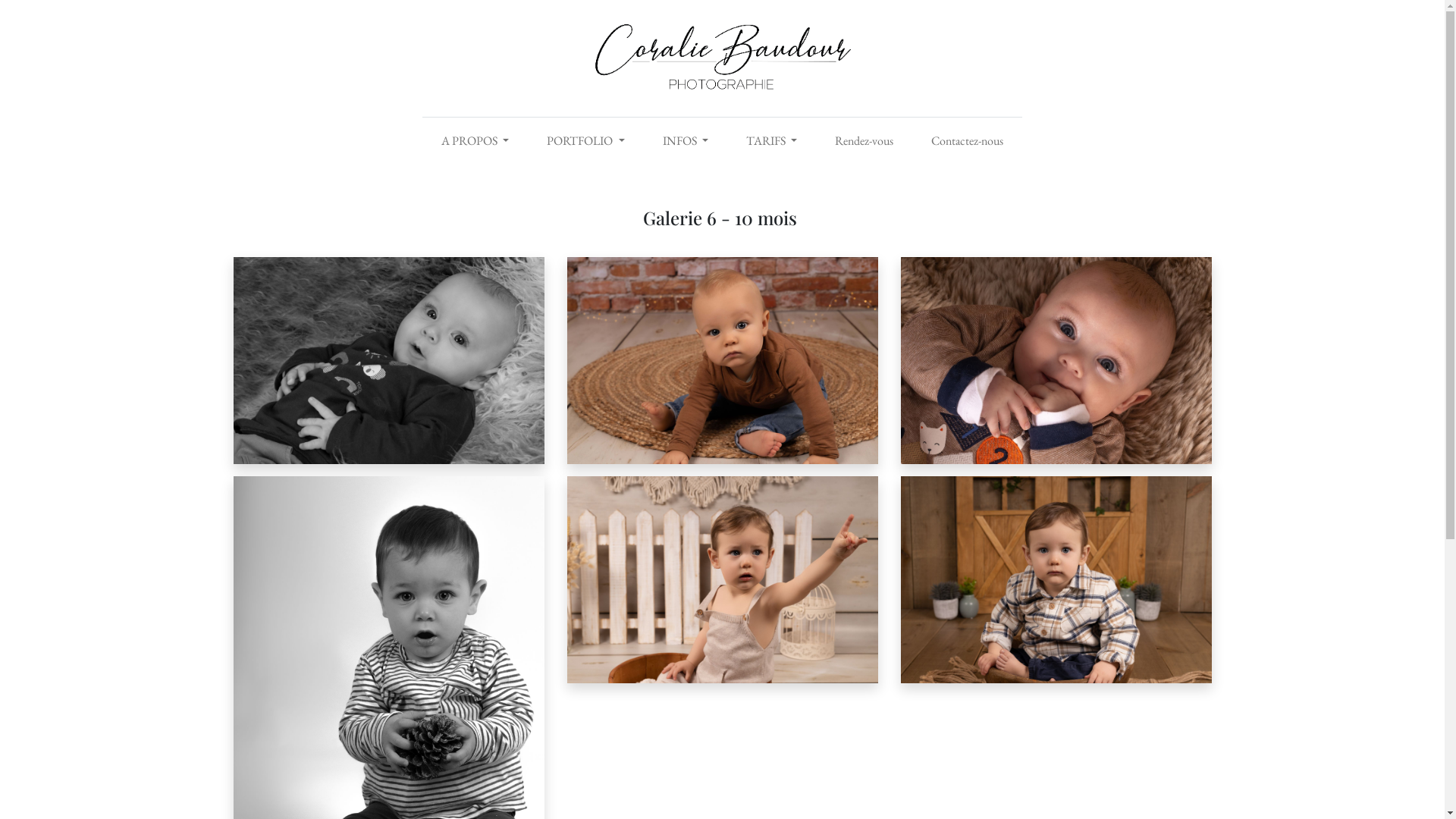  I want to click on 'TARIFS', so click(771, 140).